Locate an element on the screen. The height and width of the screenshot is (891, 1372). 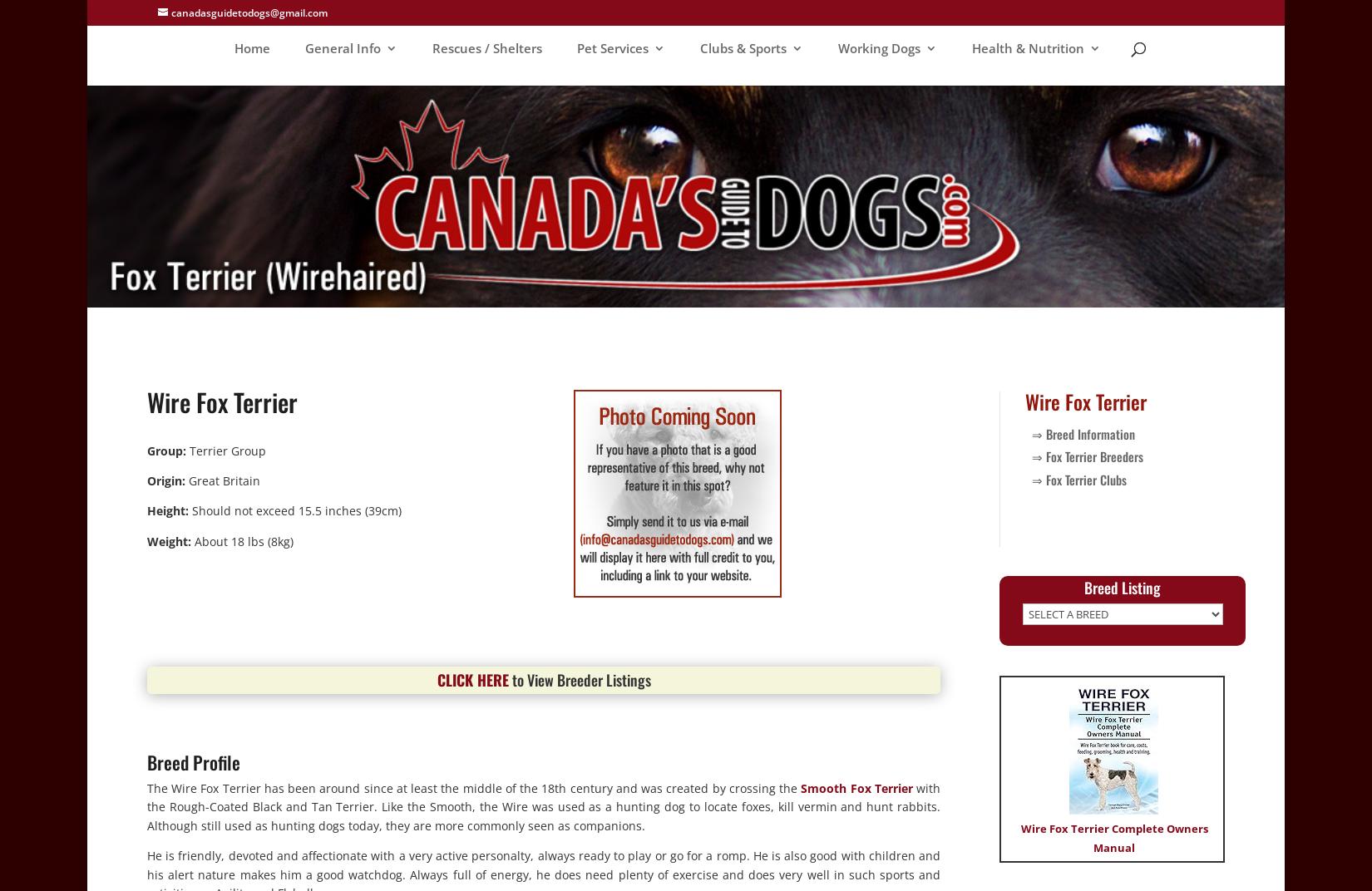
'Should not exceed 15.5 inches (39cm)' is located at coordinates (295, 510).